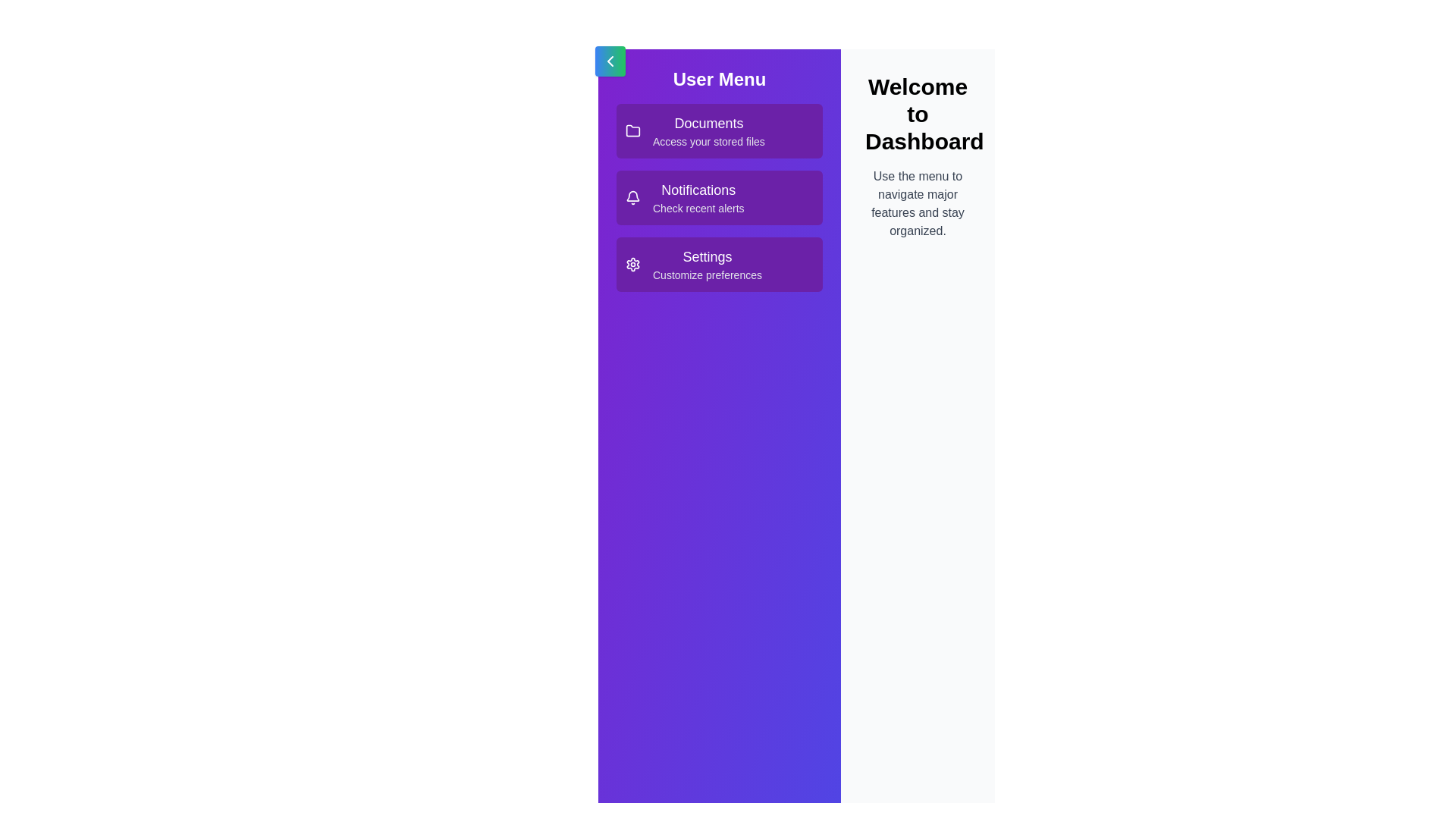  What do you see at coordinates (719, 197) in the screenshot?
I see `the menu item Notifications to view its hover effect` at bounding box center [719, 197].